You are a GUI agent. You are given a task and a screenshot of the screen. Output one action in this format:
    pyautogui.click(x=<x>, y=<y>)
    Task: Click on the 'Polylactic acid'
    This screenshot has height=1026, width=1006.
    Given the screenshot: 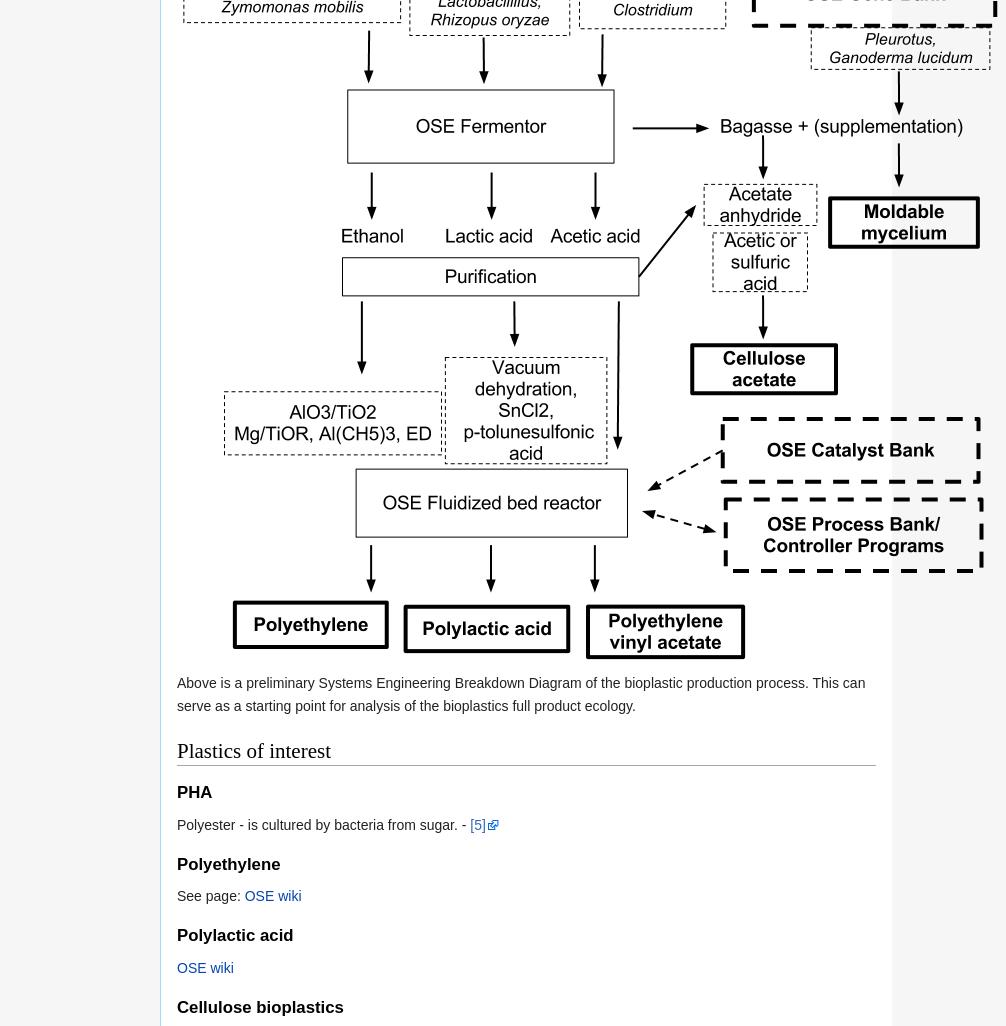 What is the action you would take?
    pyautogui.click(x=176, y=935)
    